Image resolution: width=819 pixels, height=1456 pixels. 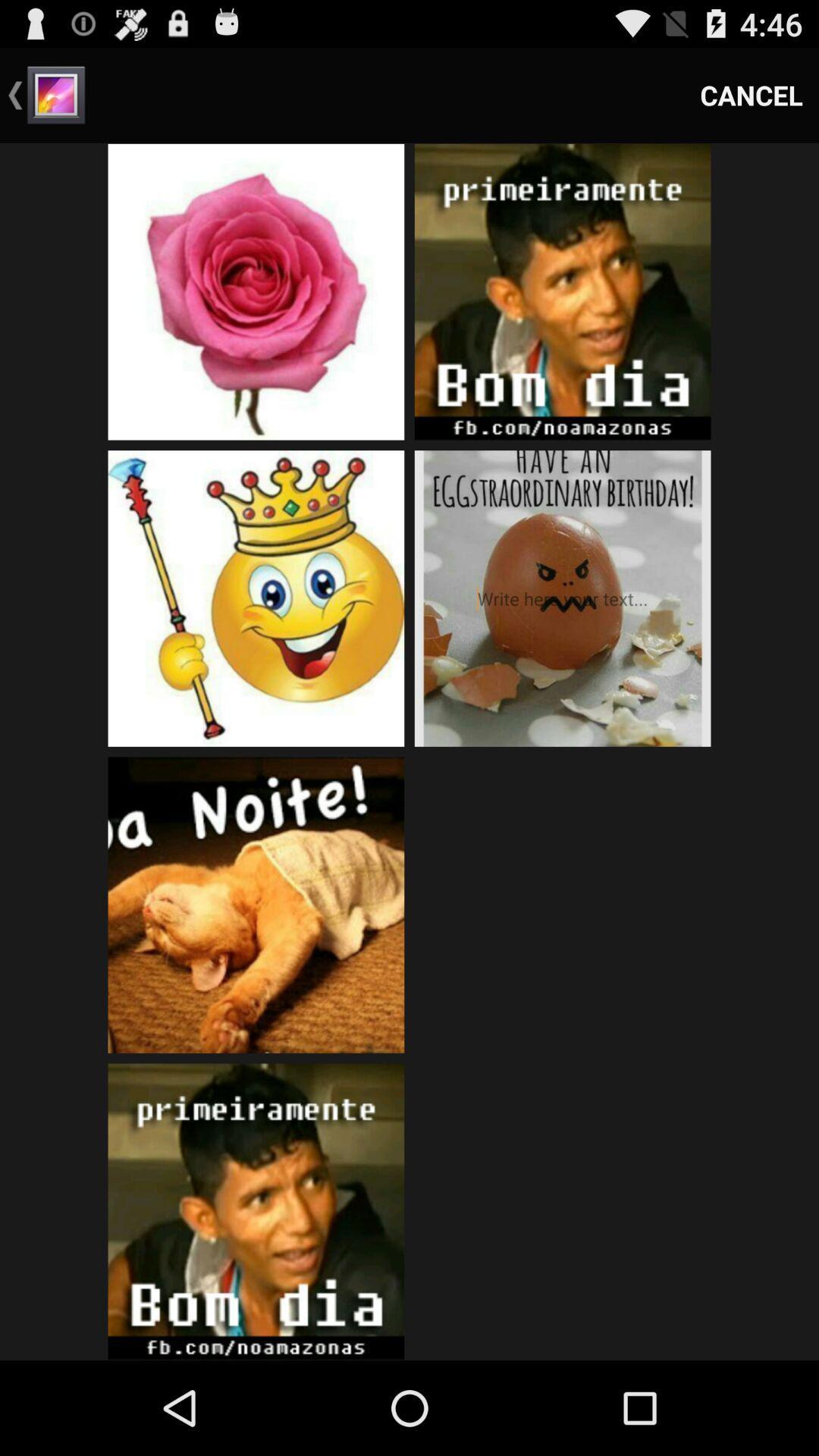 What do you see at coordinates (752, 94) in the screenshot?
I see `icon at the top right corner` at bounding box center [752, 94].